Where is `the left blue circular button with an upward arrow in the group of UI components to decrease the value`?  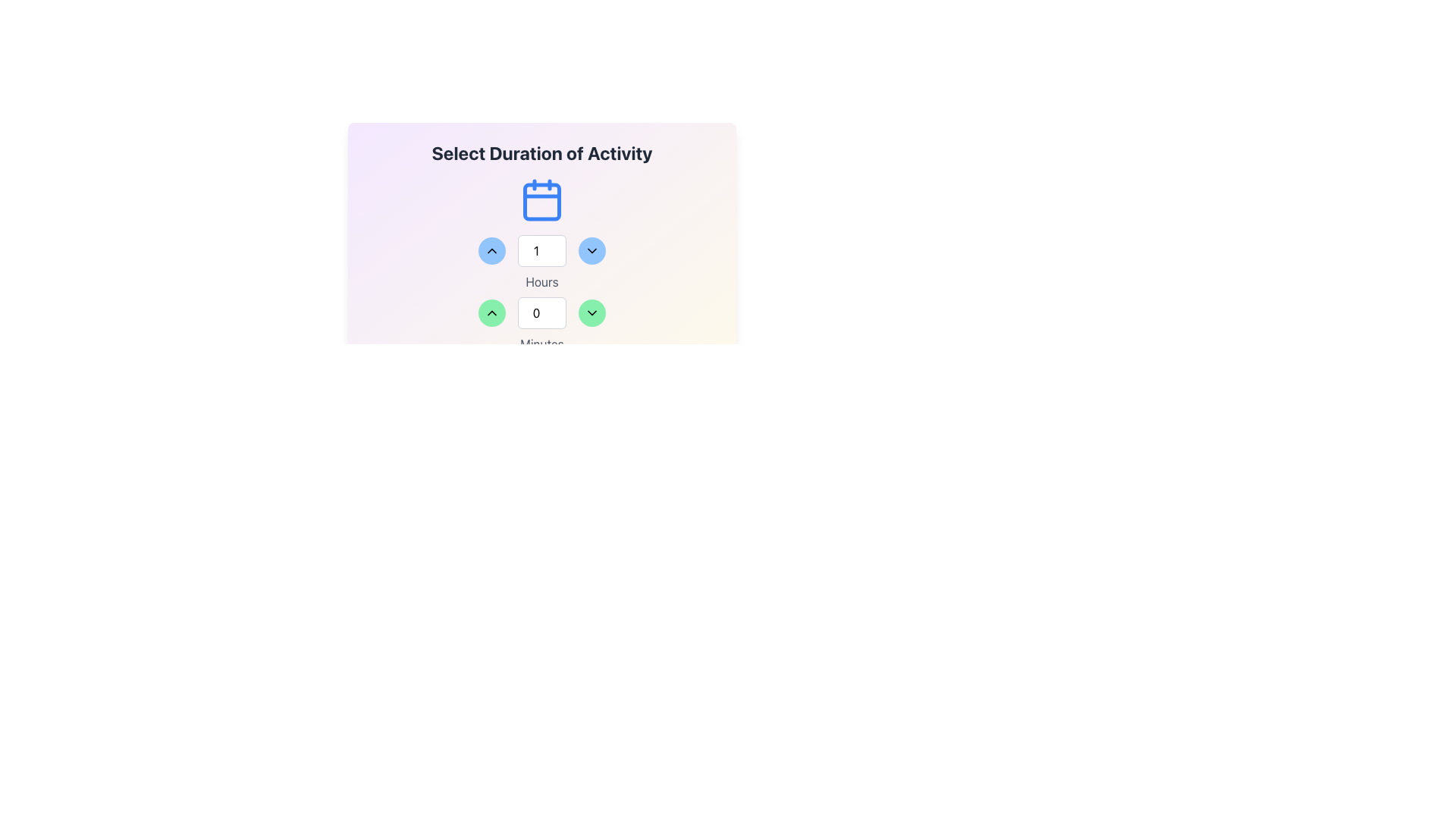
the left blue circular button with an upward arrow in the group of UI components to decrease the value is located at coordinates (542, 250).